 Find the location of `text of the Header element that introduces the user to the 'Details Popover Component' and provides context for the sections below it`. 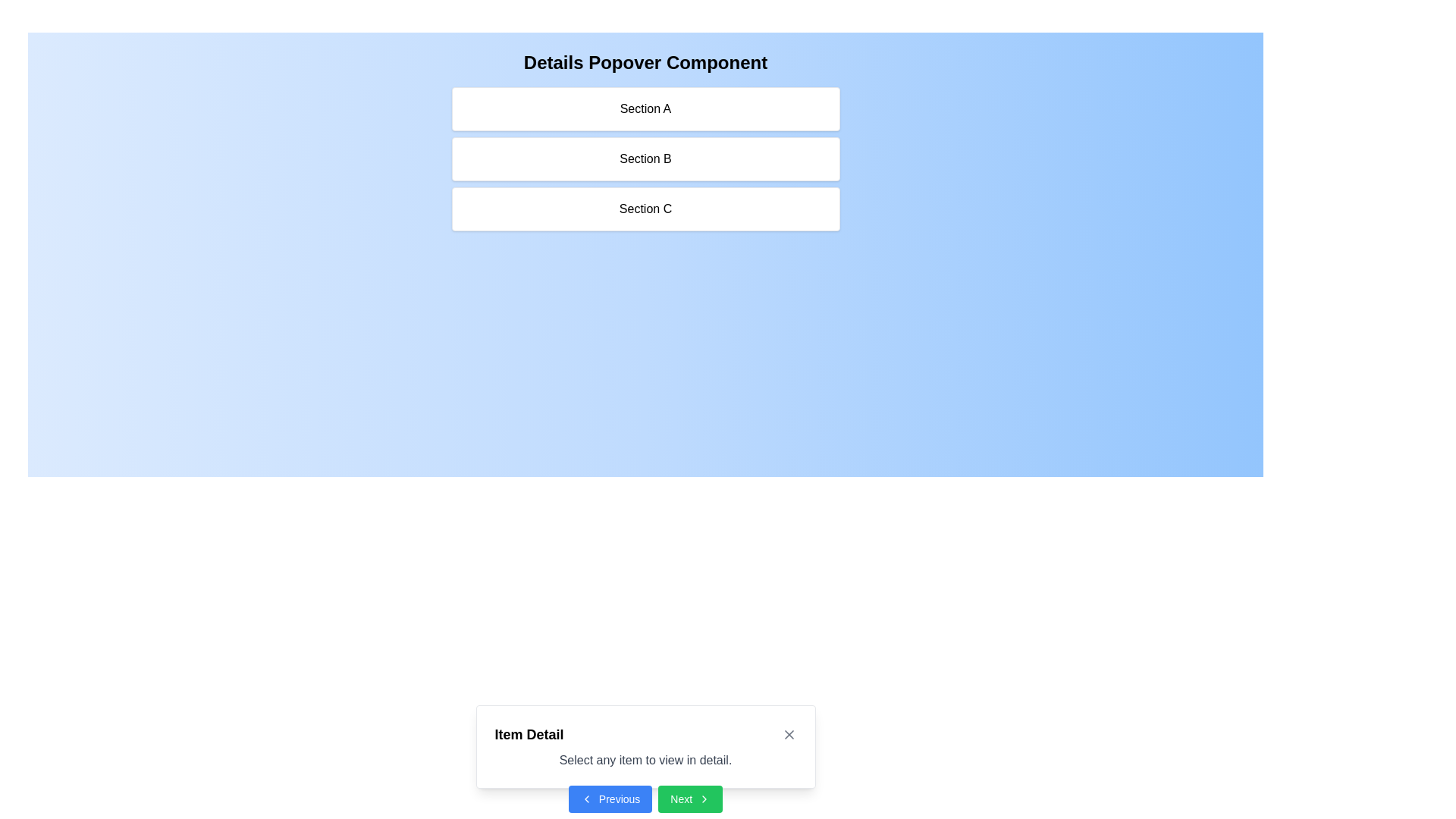

text of the Header element that introduces the user to the 'Details Popover Component' and provides context for the sections below it is located at coordinates (645, 62).